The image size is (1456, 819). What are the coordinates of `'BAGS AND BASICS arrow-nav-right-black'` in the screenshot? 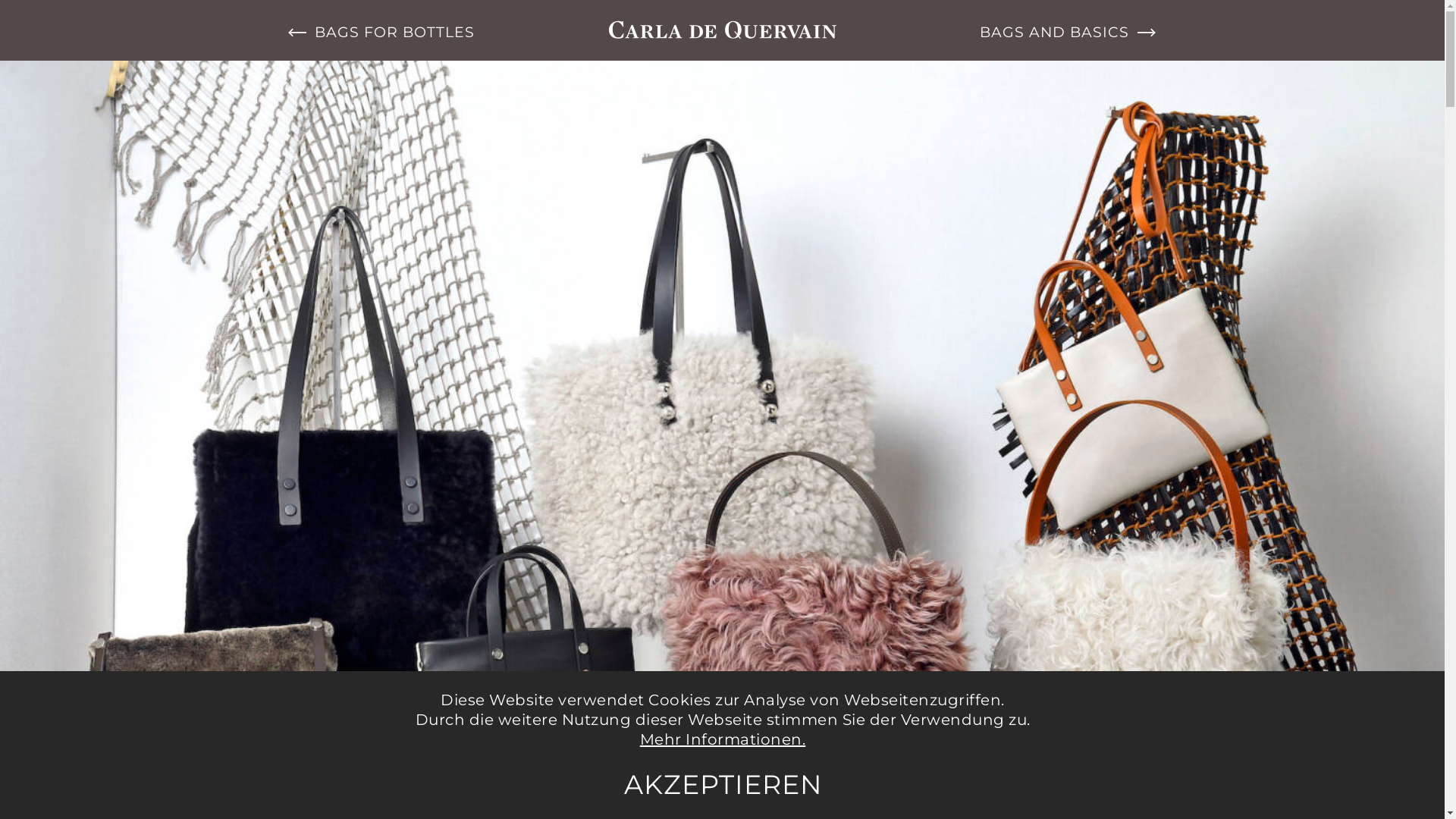 It's located at (1049, 32).